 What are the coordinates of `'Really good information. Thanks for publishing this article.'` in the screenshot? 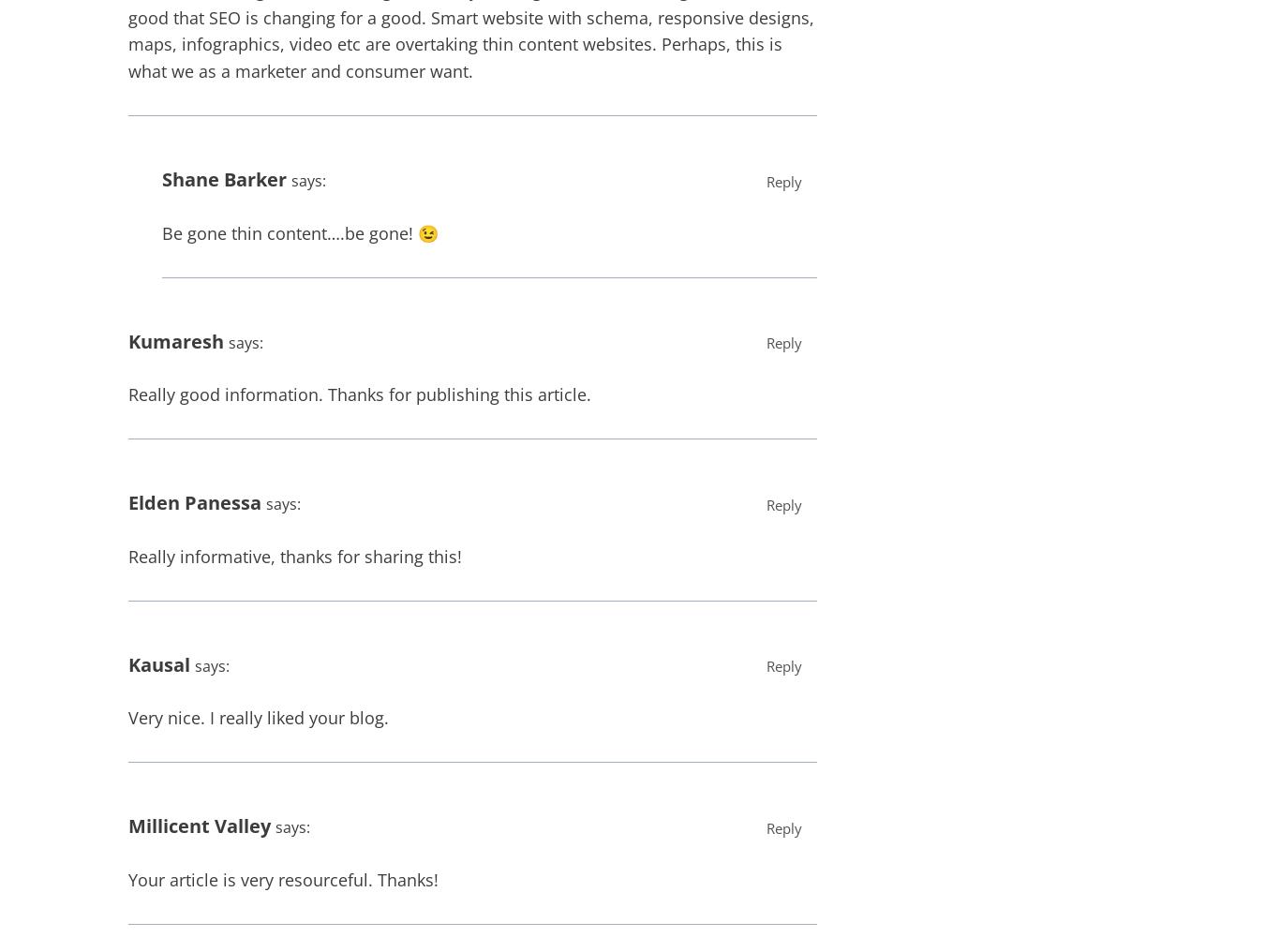 It's located at (358, 394).